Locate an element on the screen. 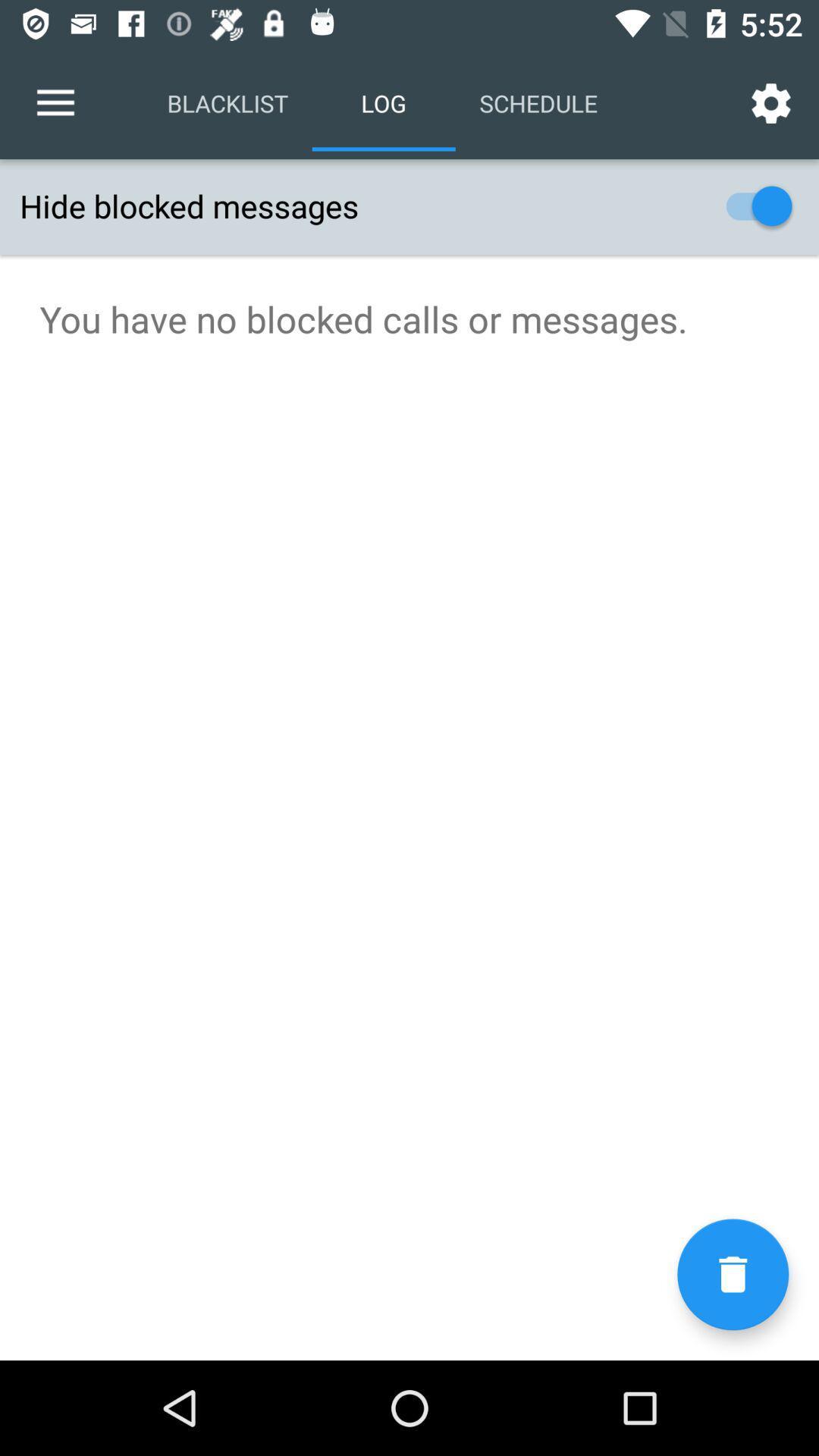 Image resolution: width=819 pixels, height=1456 pixels. item next to the schedule item is located at coordinates (771, 102).